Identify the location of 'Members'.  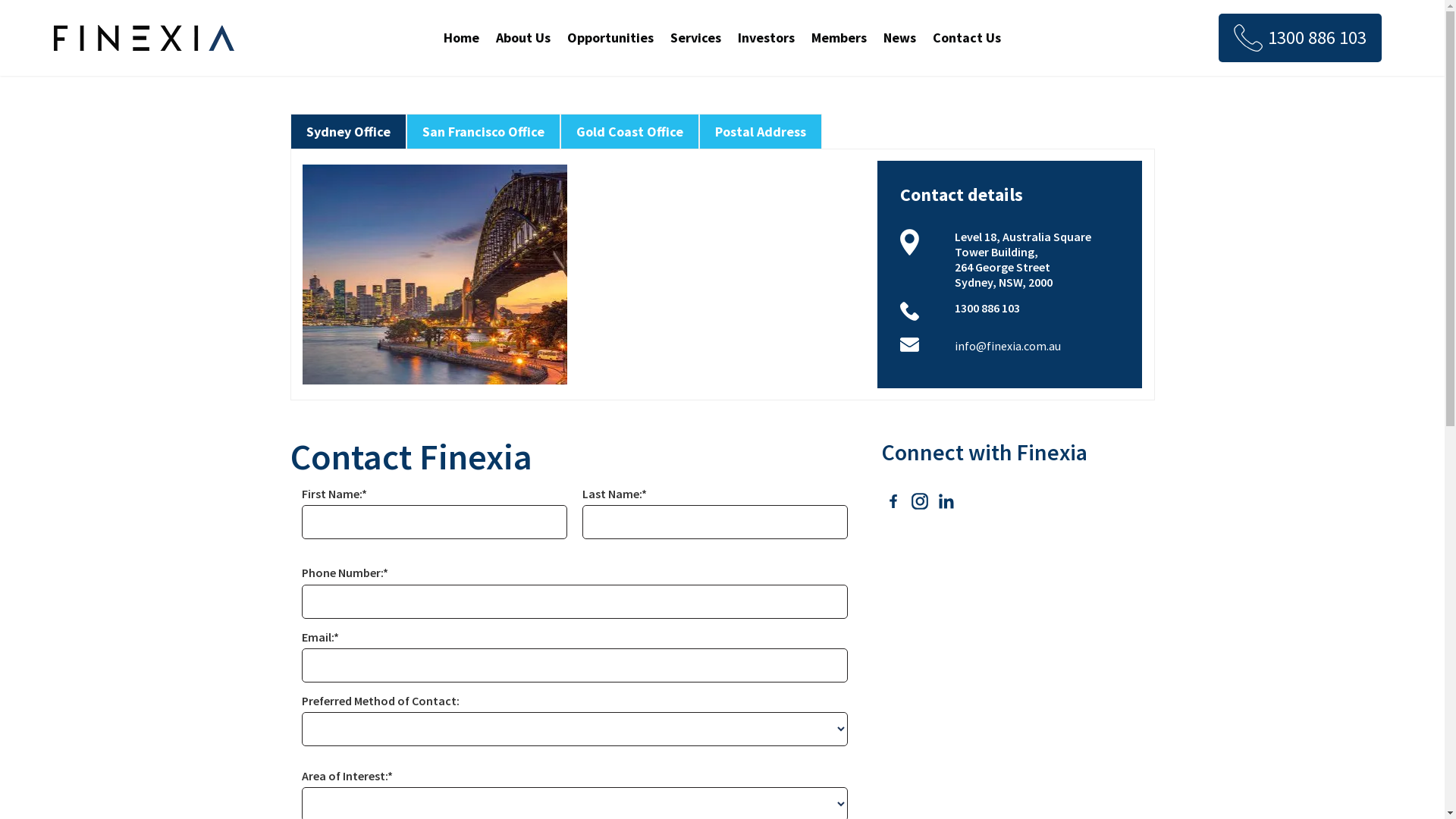
(838, 37).